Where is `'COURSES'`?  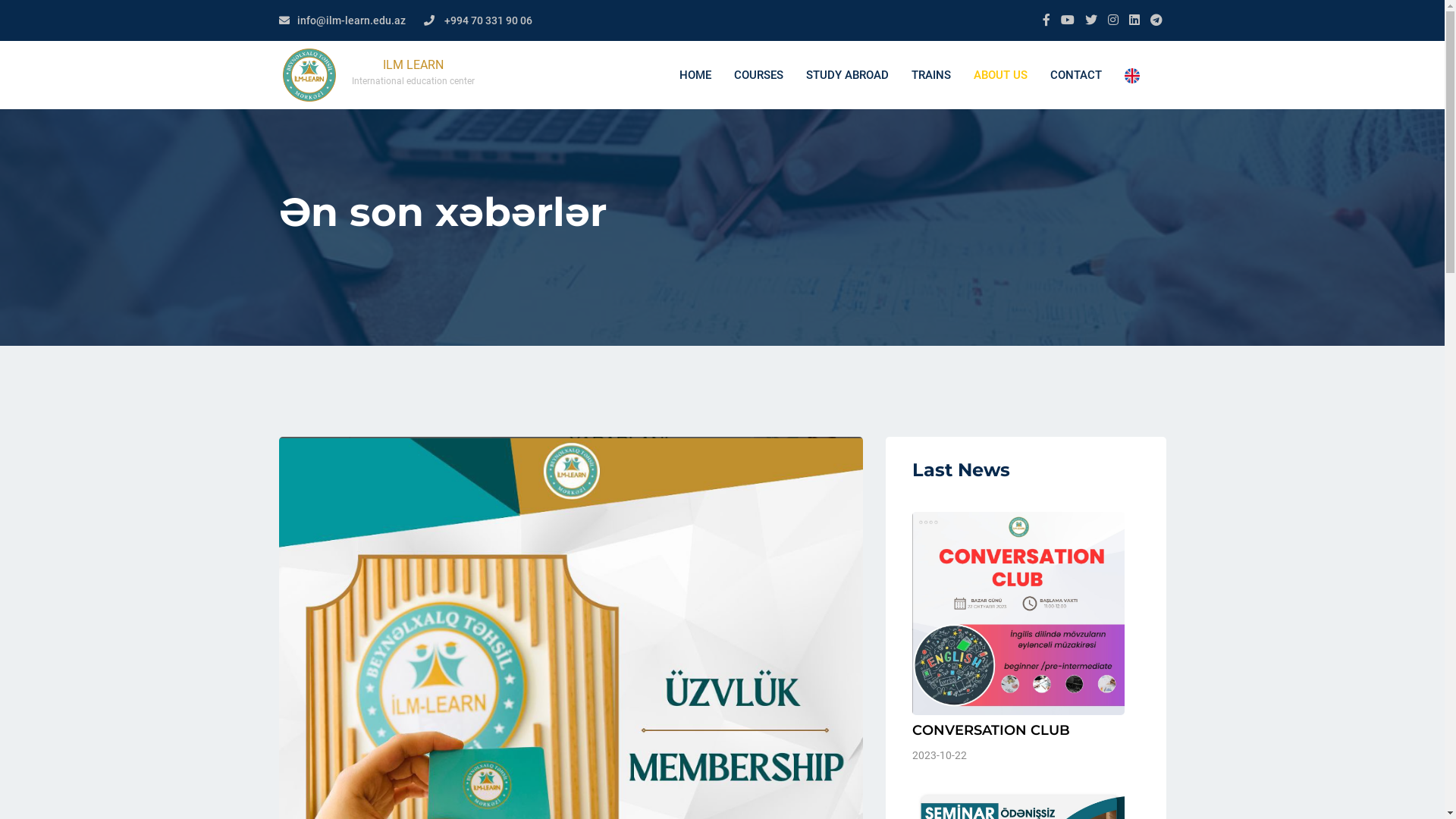
'COURSES' is located at coordinates (758, 75).